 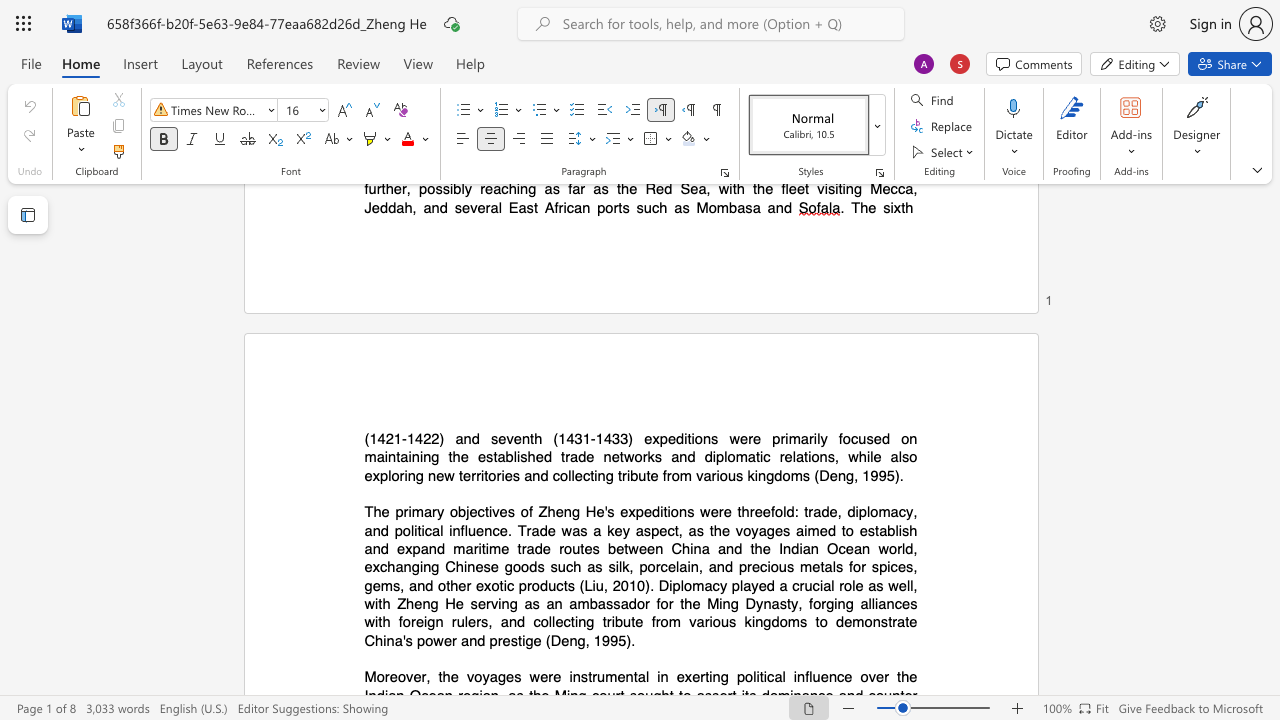 What do you see at coordinates (716, 457) in the screenshot?
I see `the subset text "plomatic relations, while also exploring new territories and collect" within the text "the established trade networks and diplomatic relations, while also exploring new territories and collecting tribute from various kingdoms (Deng, 1995)."` at bounding box center [716, 457].